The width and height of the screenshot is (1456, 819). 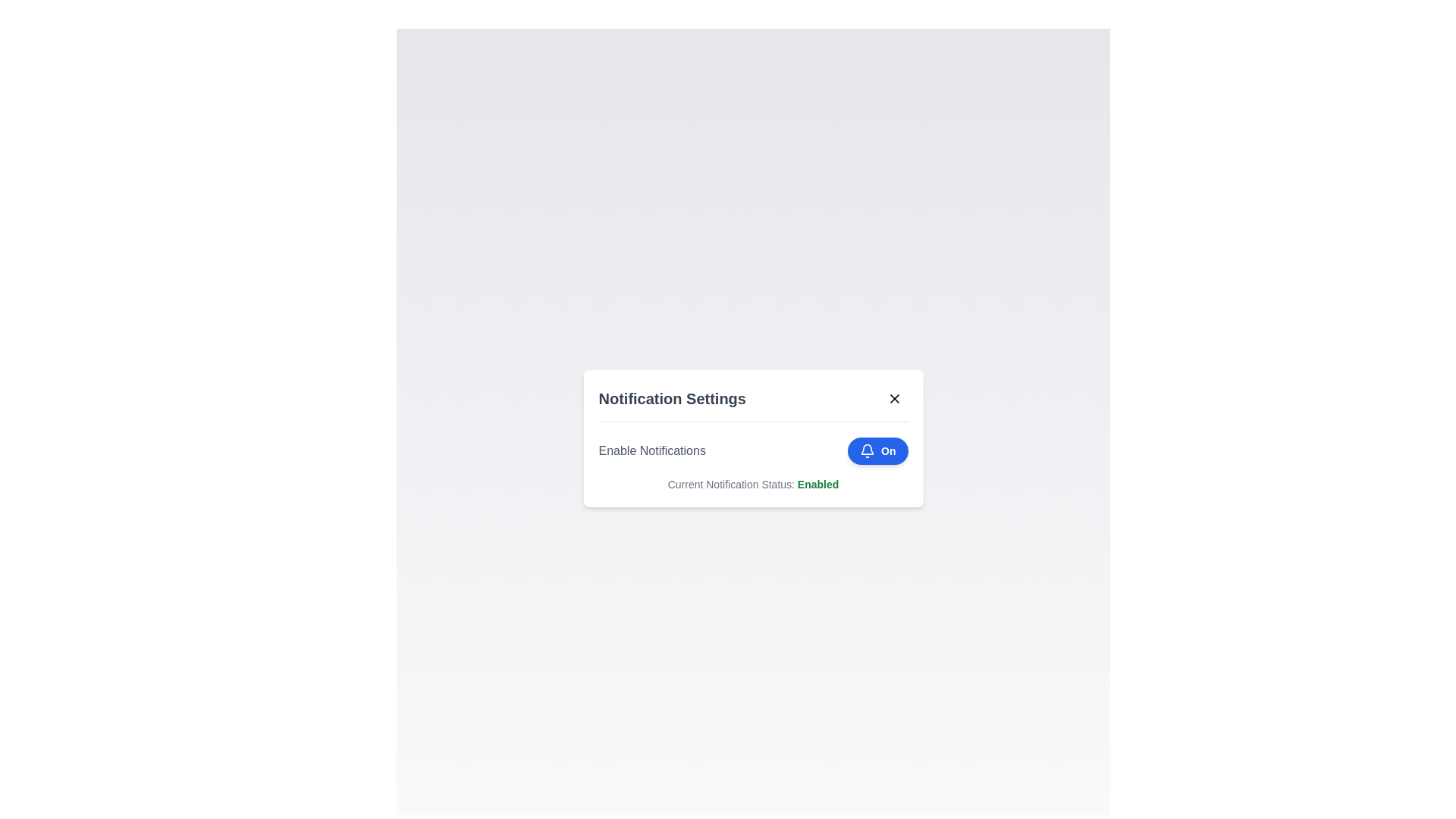 I want to click on the 'Notification Settings' heading, which is a bold, large text label in gray, located at the top-left of its section, so click(x=671, y=397).